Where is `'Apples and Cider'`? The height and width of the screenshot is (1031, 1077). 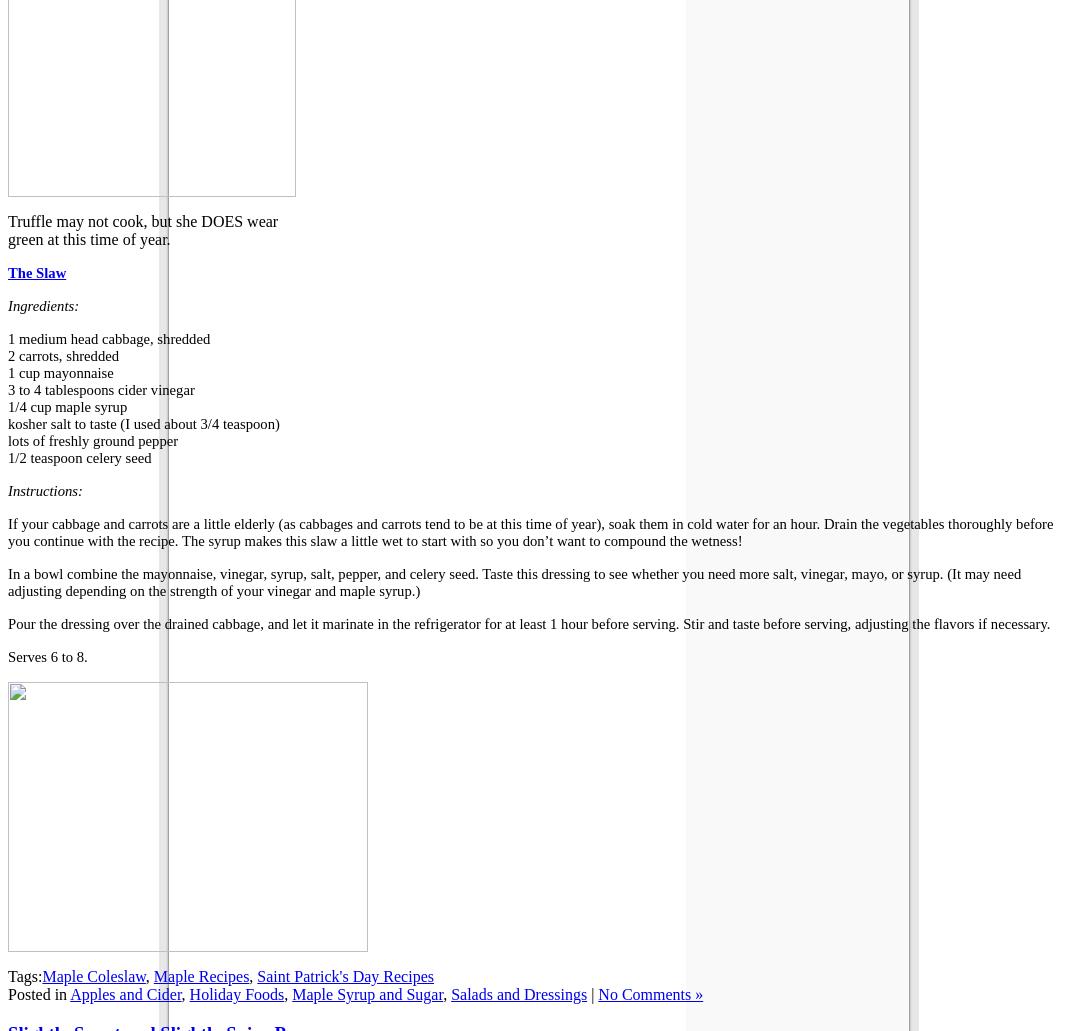
'Apples and Cider' is located at coordinates (125, 993).